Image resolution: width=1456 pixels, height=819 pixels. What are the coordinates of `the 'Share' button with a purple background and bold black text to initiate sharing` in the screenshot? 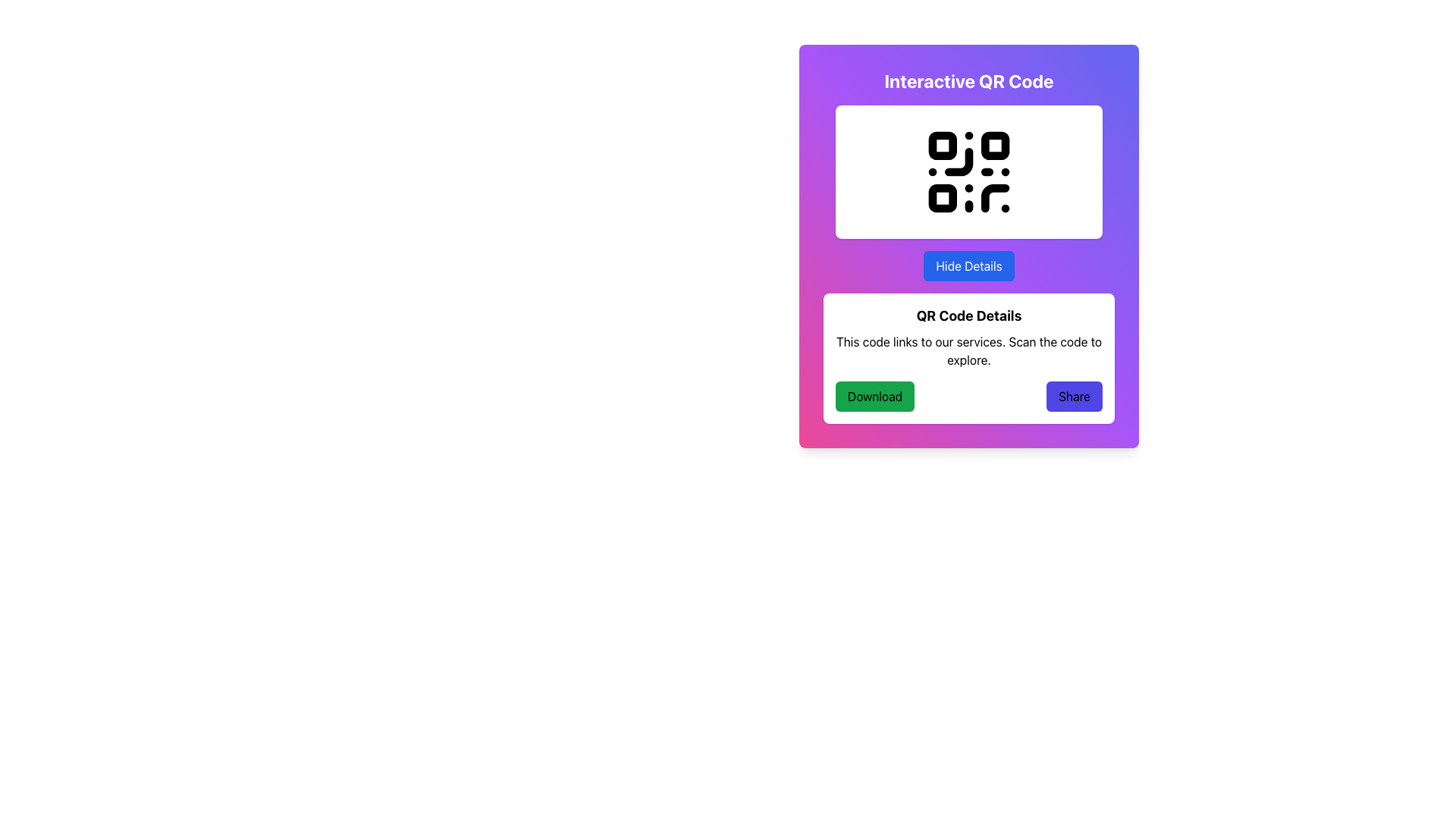 It's located at (1074, 396).